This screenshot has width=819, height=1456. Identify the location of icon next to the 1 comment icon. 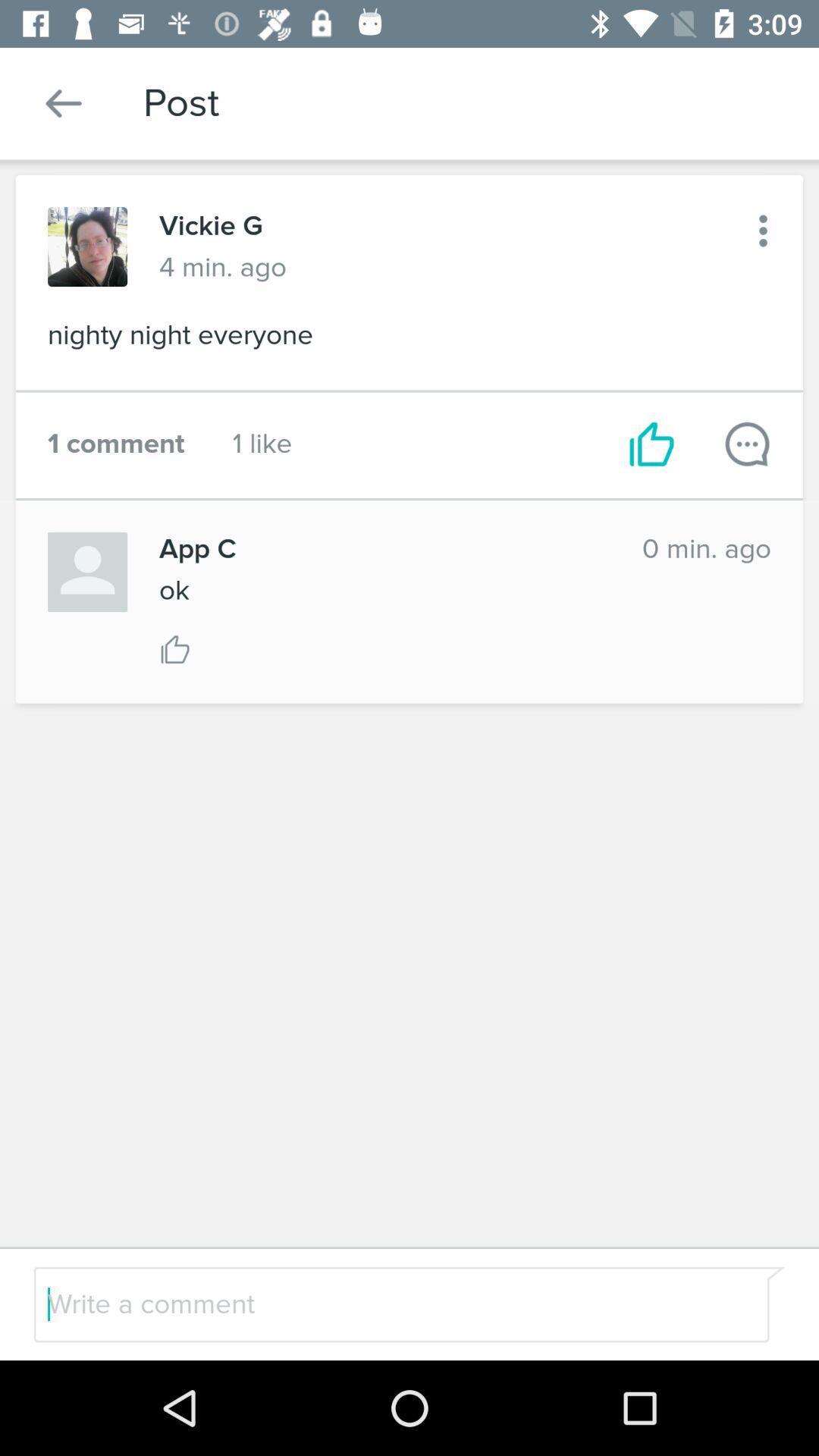
(262, 443).